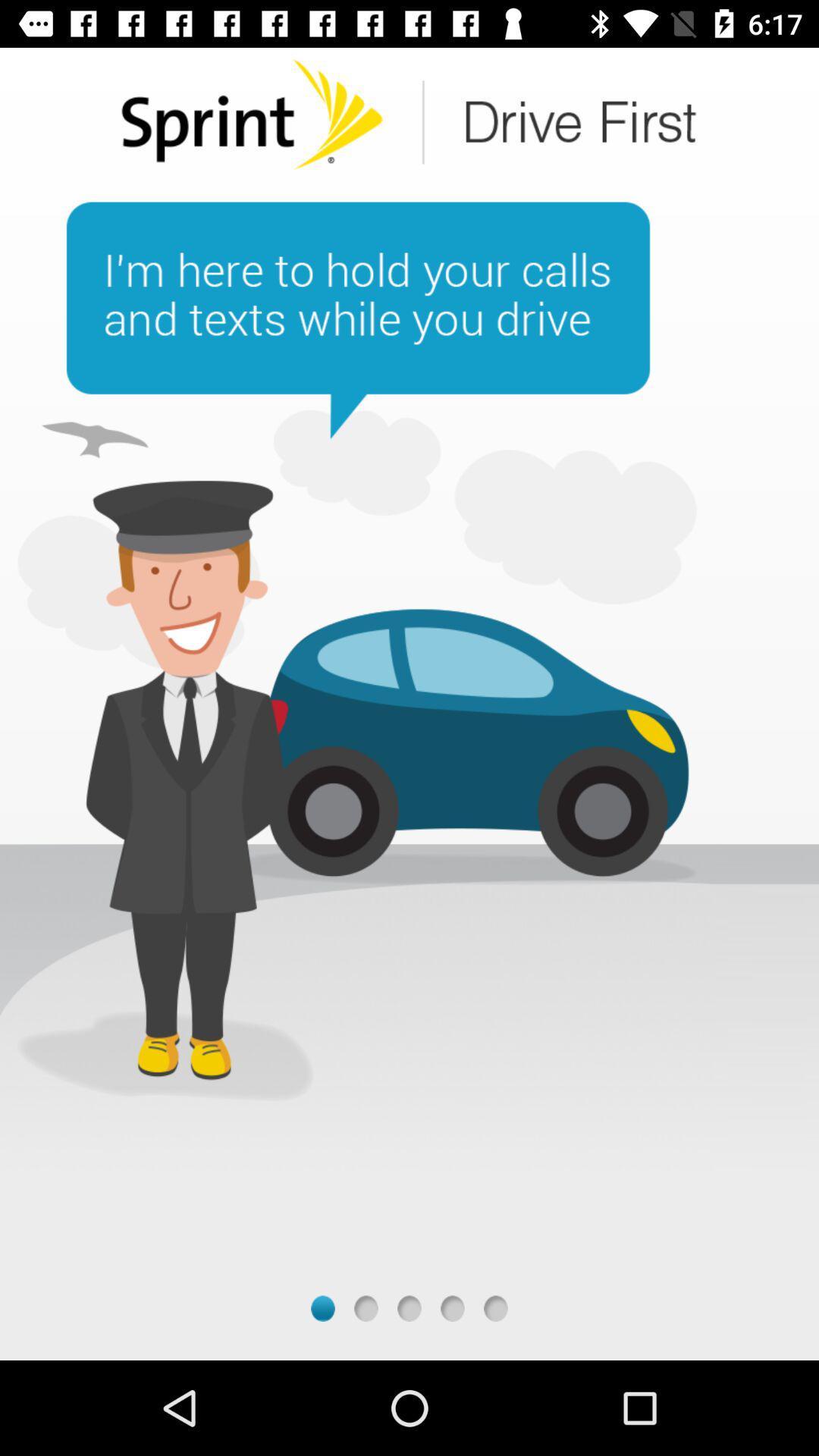  What do you see at coordinates (452, 1307) in the screenshot?
I see `next page` at bounding box center [452, 1307].